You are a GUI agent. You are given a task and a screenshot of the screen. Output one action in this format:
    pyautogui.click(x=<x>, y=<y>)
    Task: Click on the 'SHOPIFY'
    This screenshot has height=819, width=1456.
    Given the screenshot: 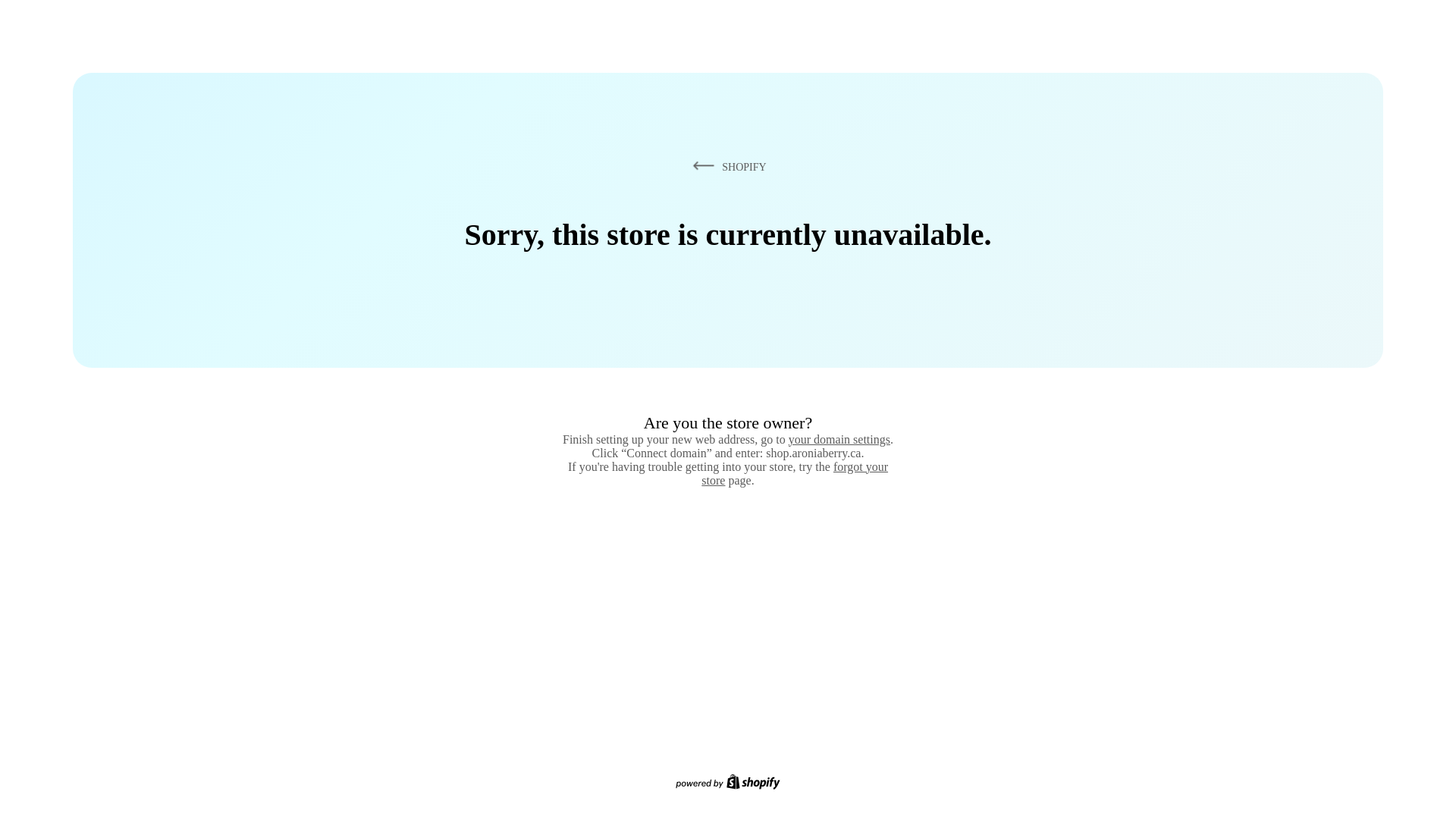 What is the action you would take?
    pyautogui.click(x=726, y=166)
    